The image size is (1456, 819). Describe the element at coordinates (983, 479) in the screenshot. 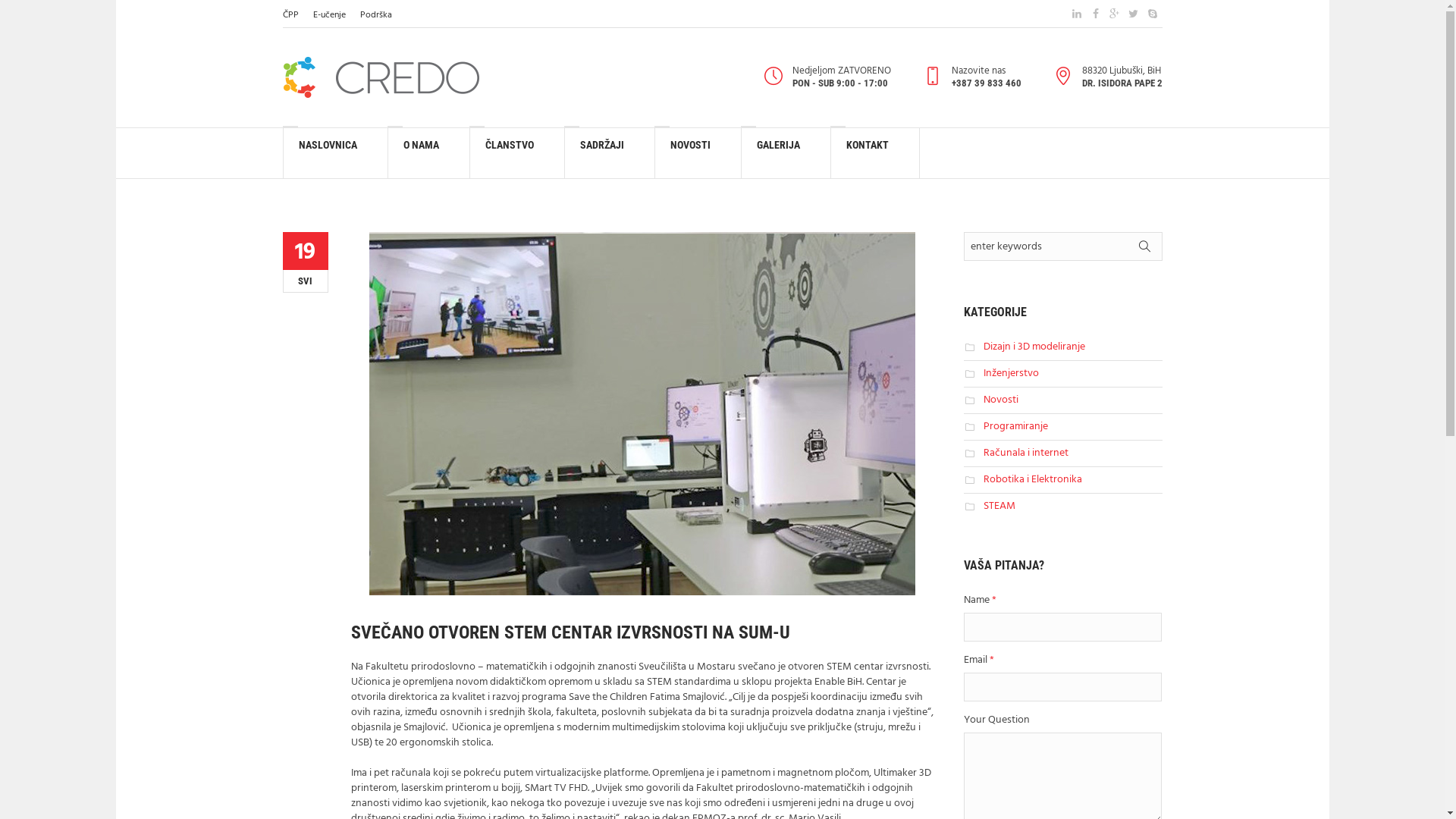

I see `'Robotika i Elektronika'` at that location.